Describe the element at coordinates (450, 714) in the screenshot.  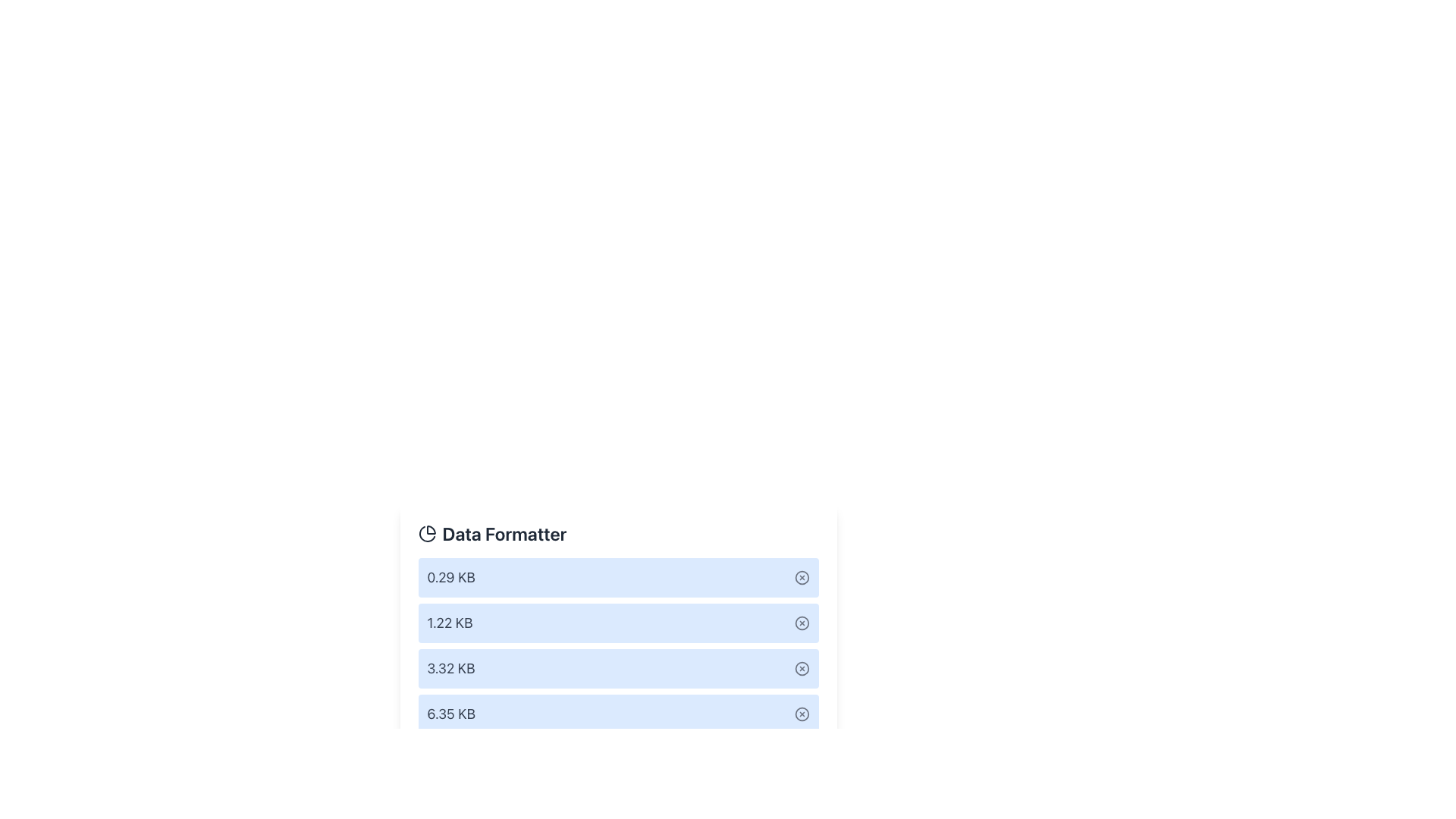
I see `the text label displaying the data size value` at that location.